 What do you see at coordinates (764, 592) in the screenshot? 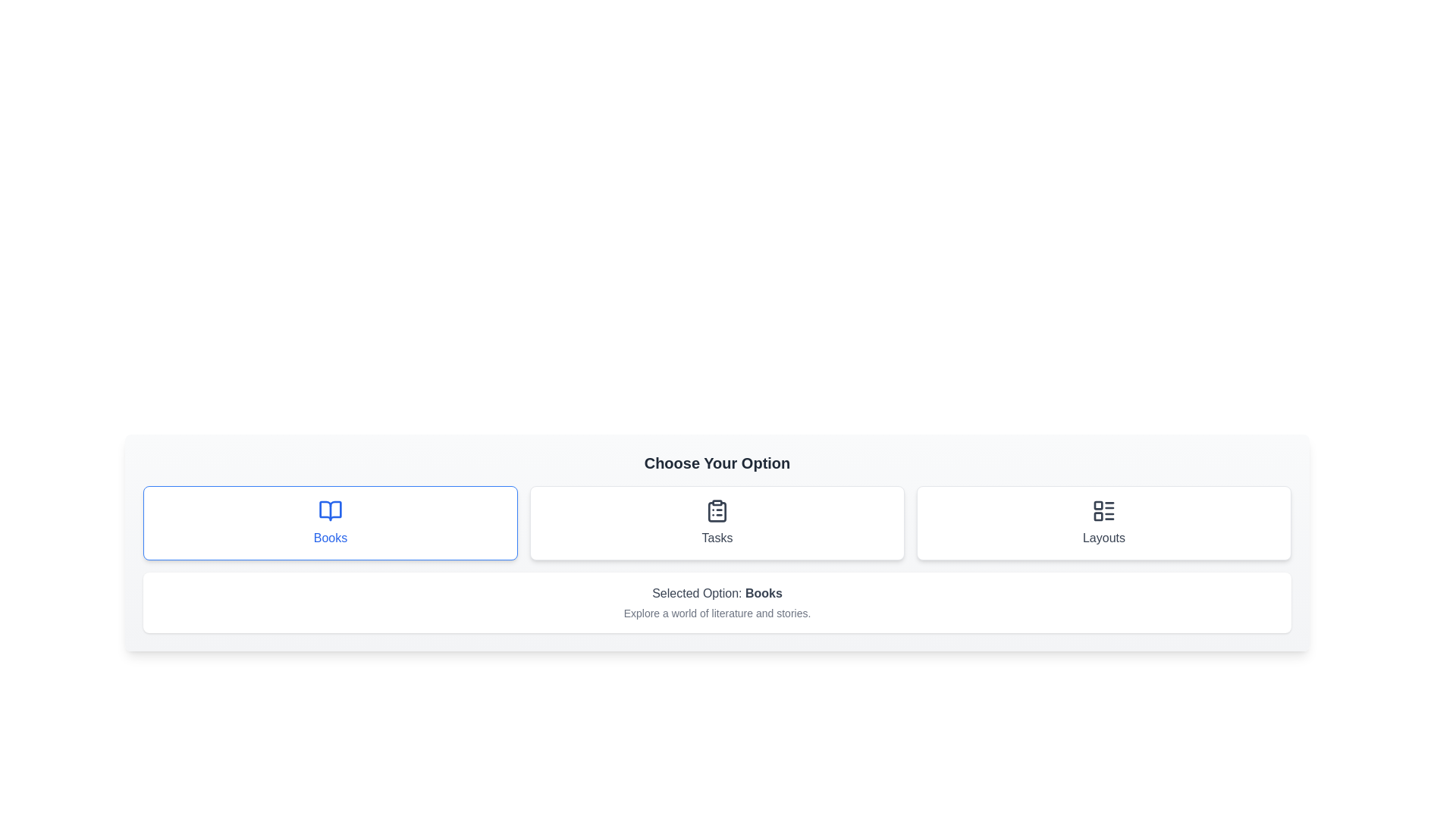
I see `the text label that displays 'Books', which is styled in bold, compact sans-serif font and is part of the description line indicating the selected option` at bounding box center [764, 592].